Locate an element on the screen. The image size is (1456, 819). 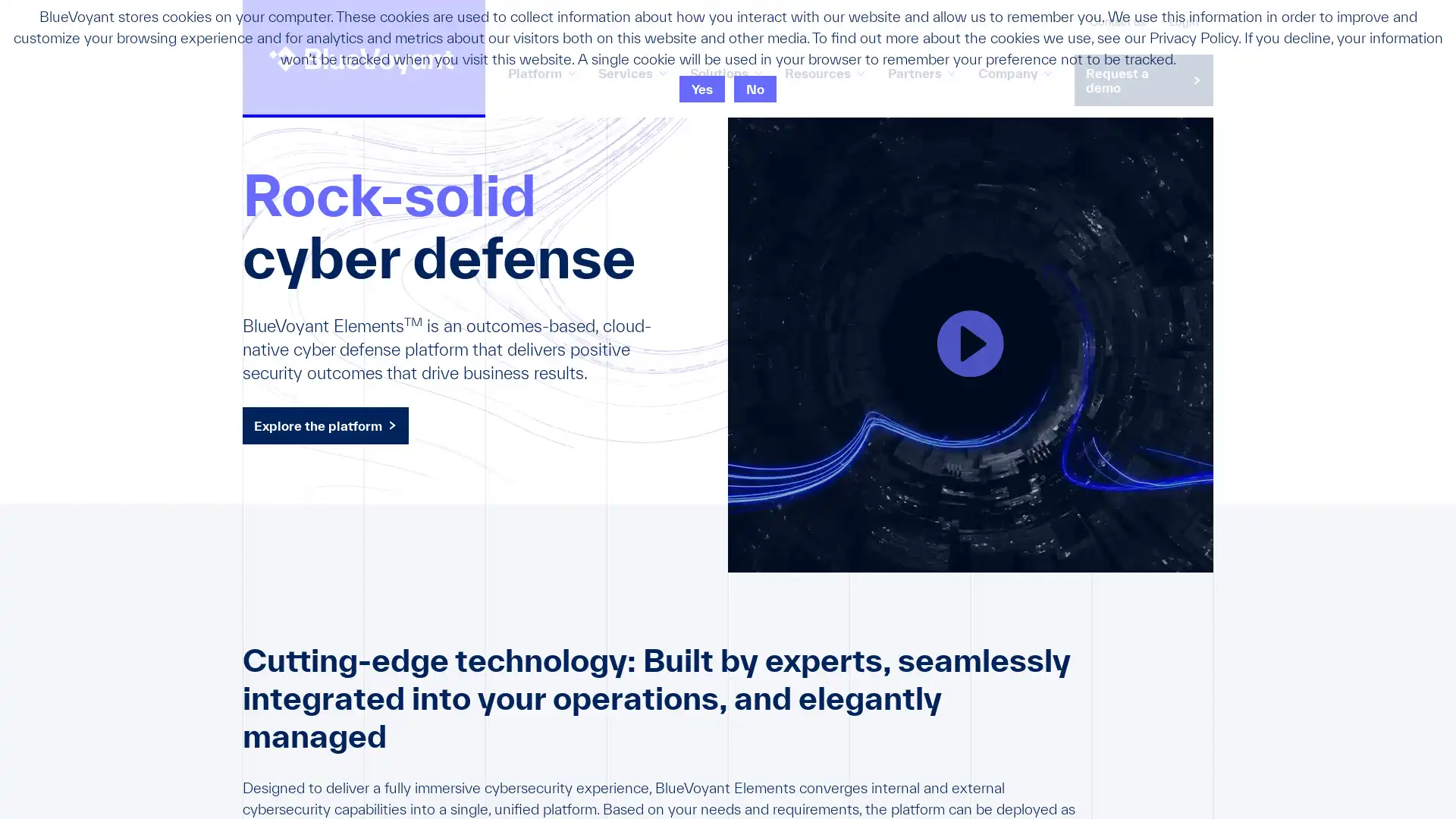
Services Open Services is located at coordinates (632, 72).